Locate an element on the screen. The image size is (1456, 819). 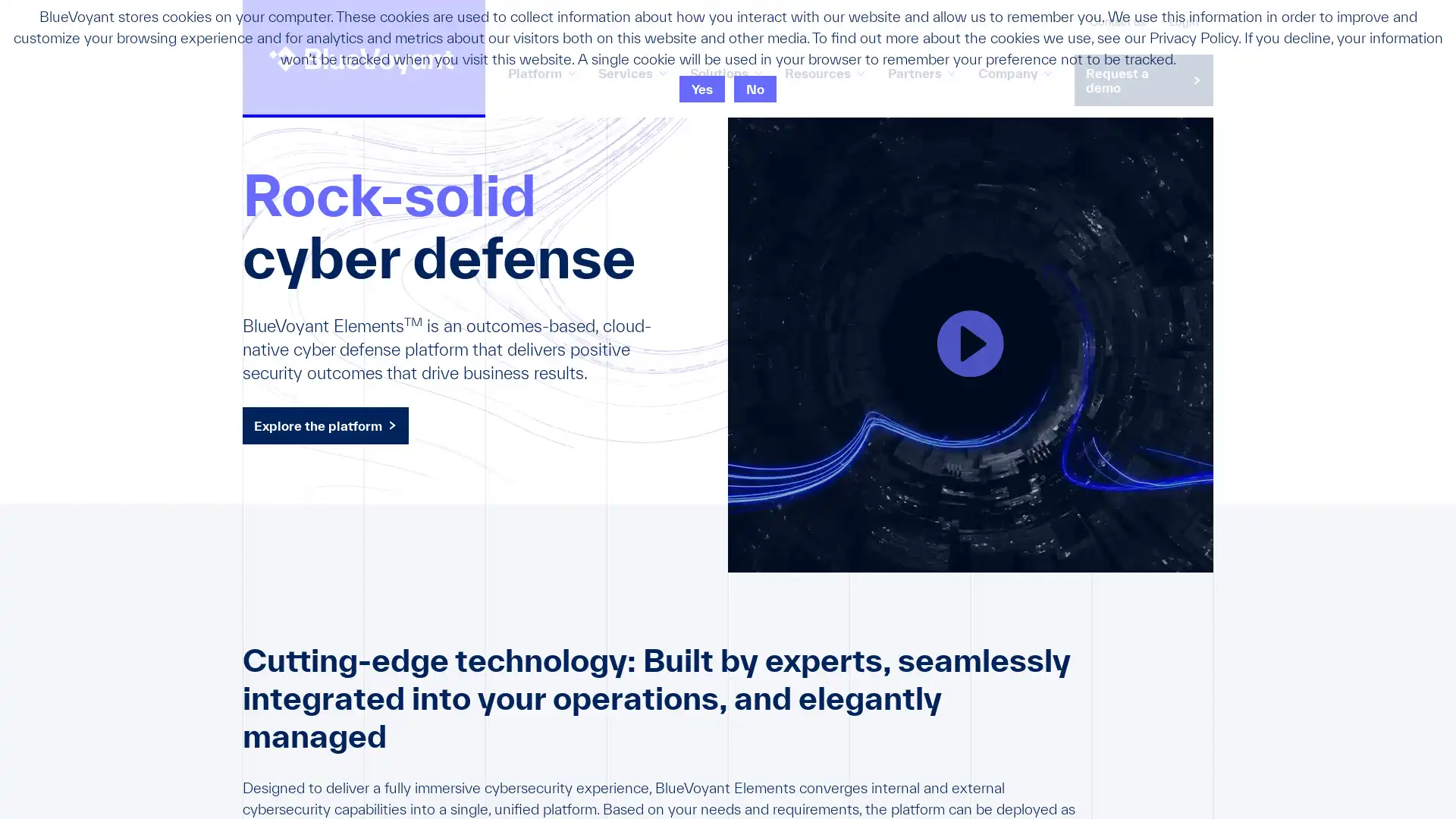
Services Open Services is located at coordinates (632, 72).